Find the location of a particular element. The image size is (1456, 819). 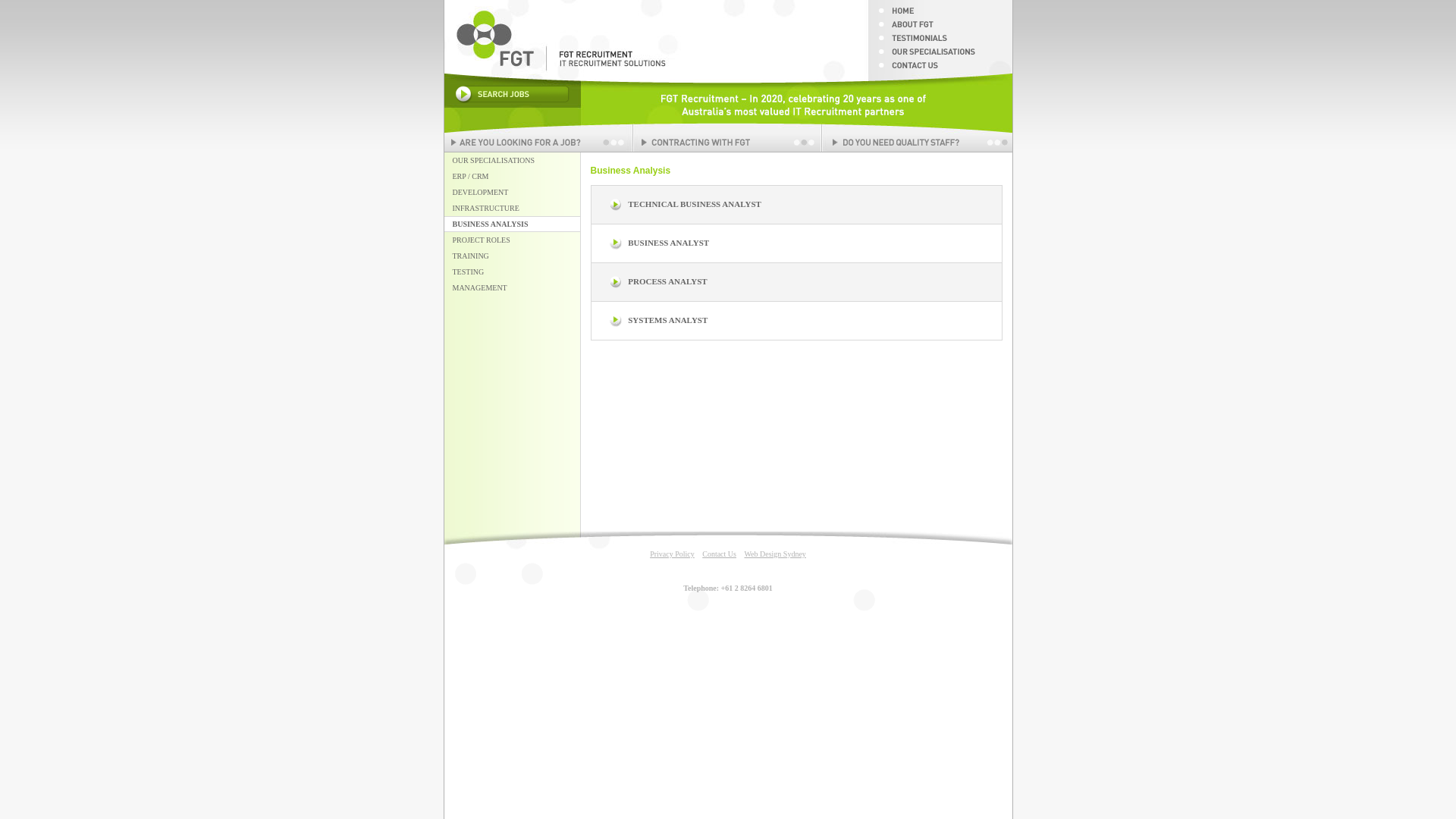

'ABOUT FGT' is located at coordinates (867, 28).